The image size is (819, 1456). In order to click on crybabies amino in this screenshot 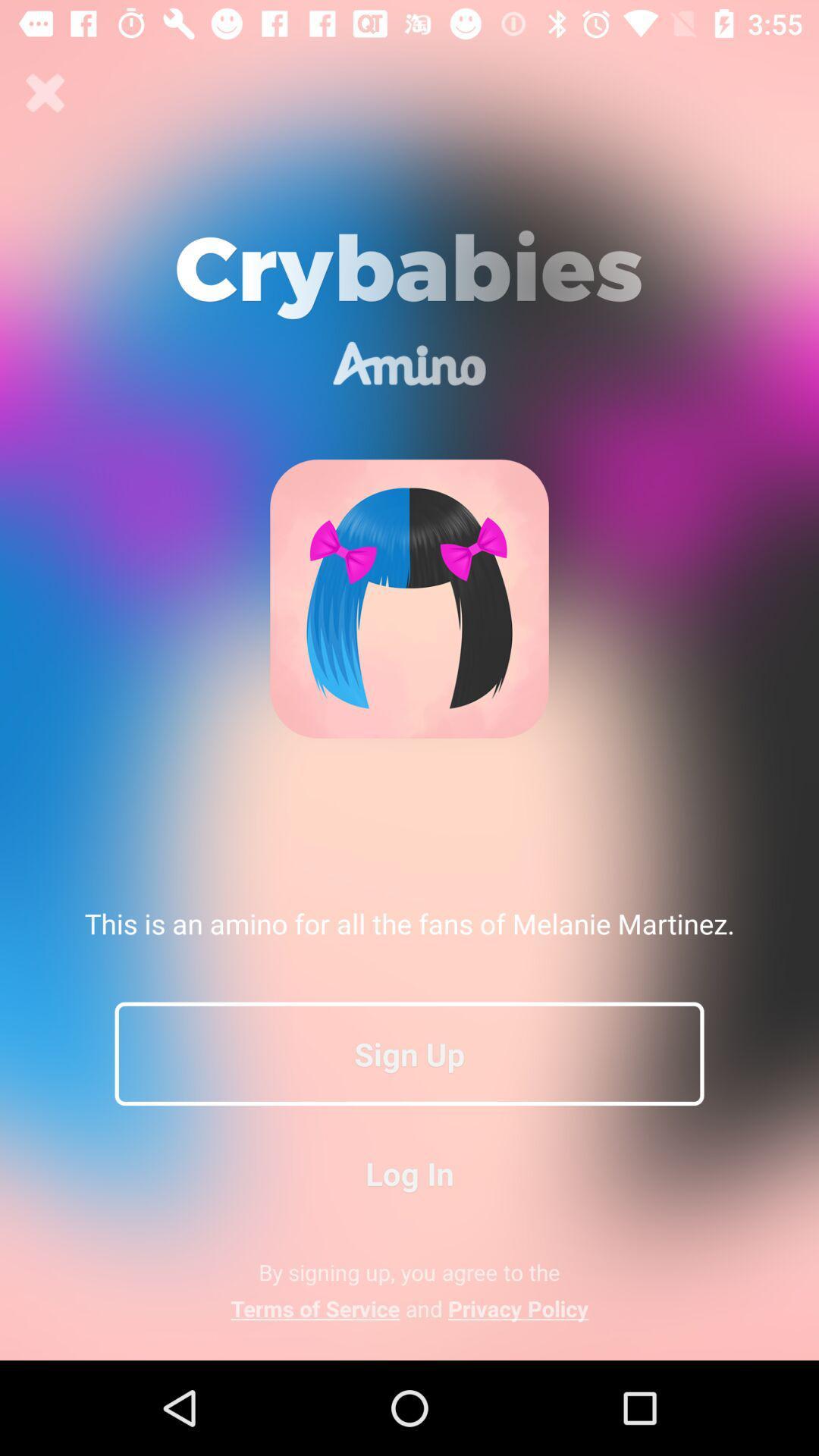, I will do `click(45, 93)`.